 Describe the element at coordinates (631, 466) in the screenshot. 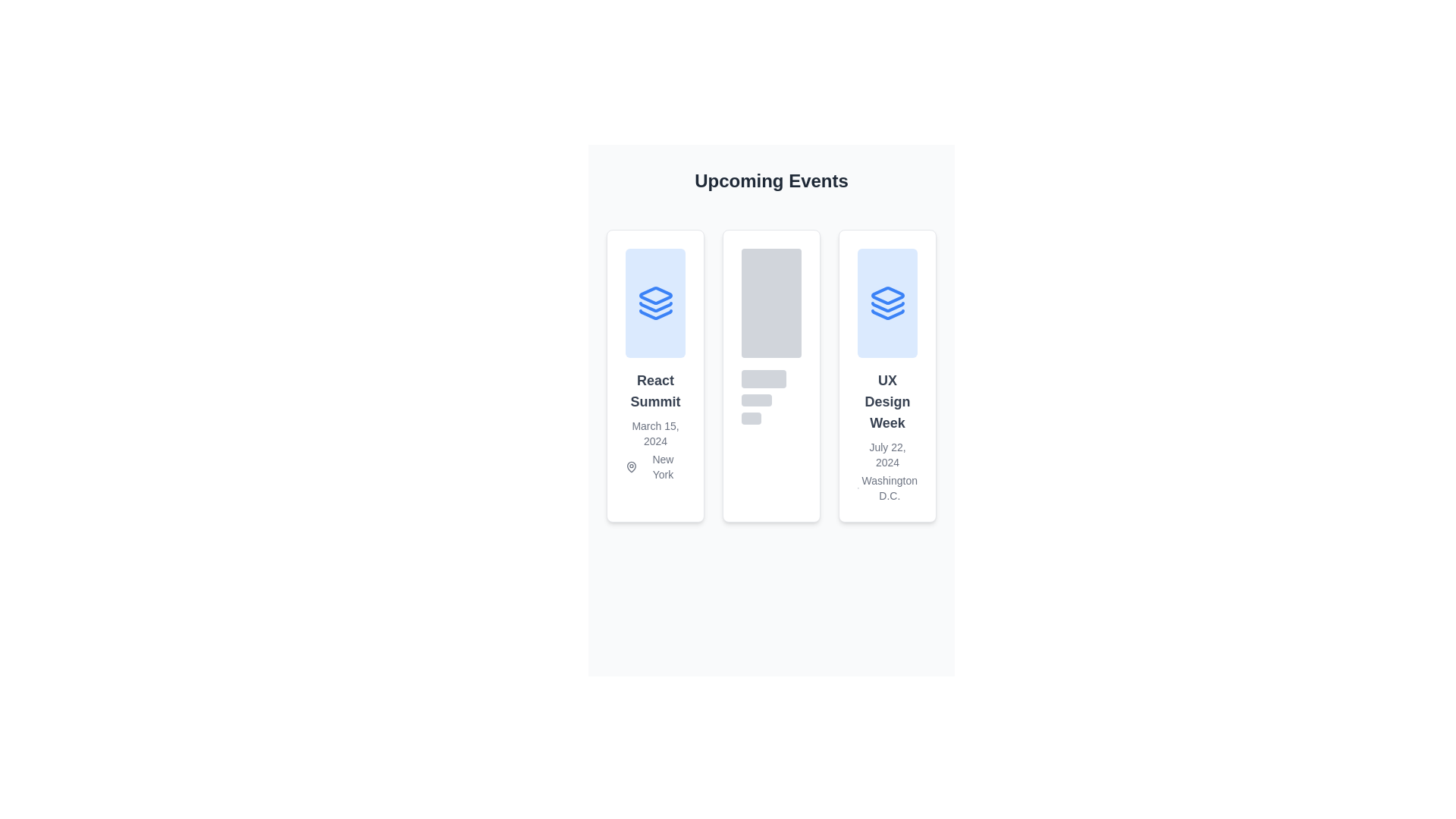

I see `the geographical location icon next to the text 'New York' under the event title 'React Summit' in the 'Upcoming Events' section` at that location.